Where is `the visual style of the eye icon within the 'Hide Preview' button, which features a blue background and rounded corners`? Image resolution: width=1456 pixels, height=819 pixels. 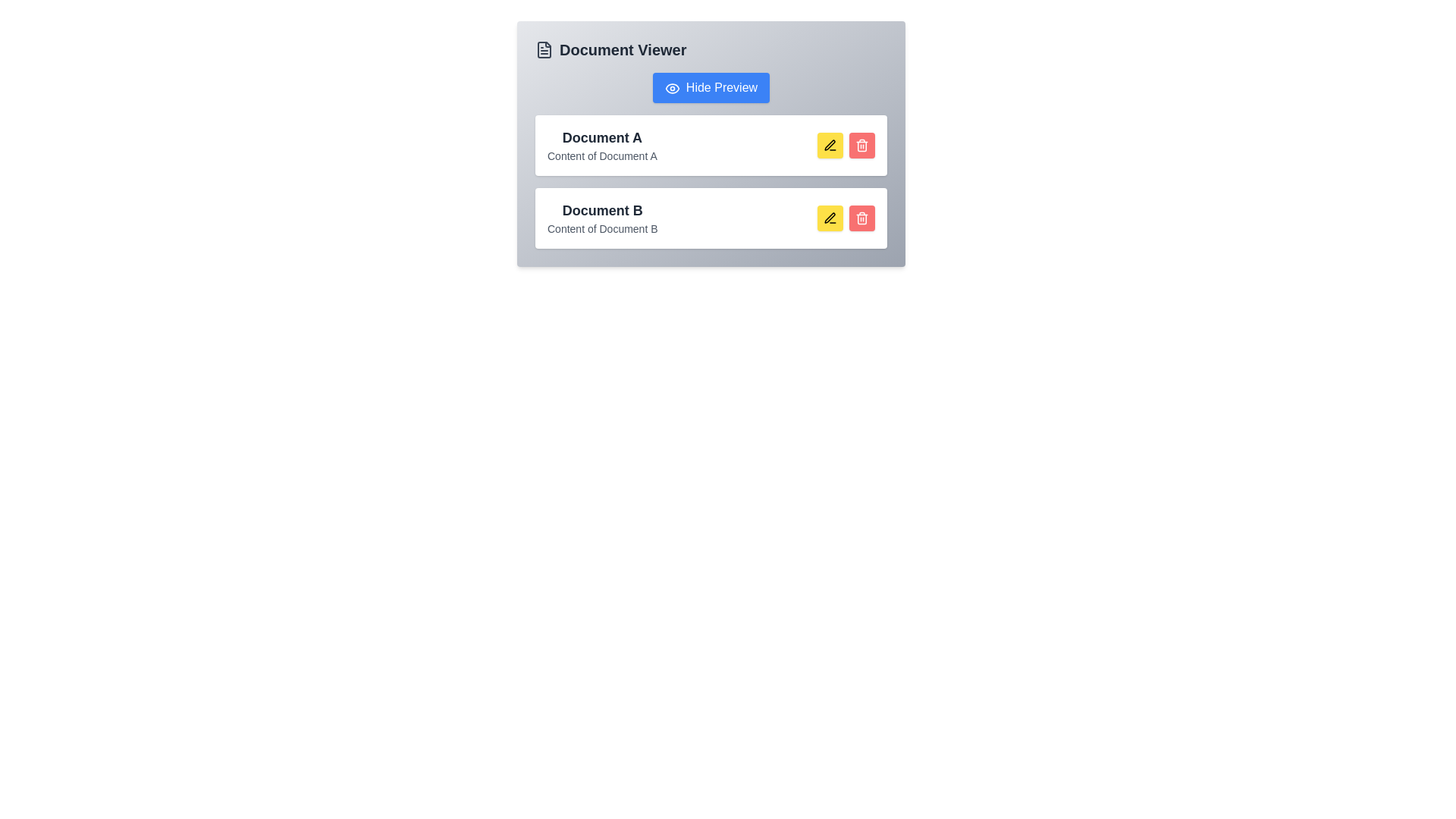 the visual style of the eye icon within the 'Hide Preview' button, which features a blue background and rounded corners is located at coordinates (671, 88).